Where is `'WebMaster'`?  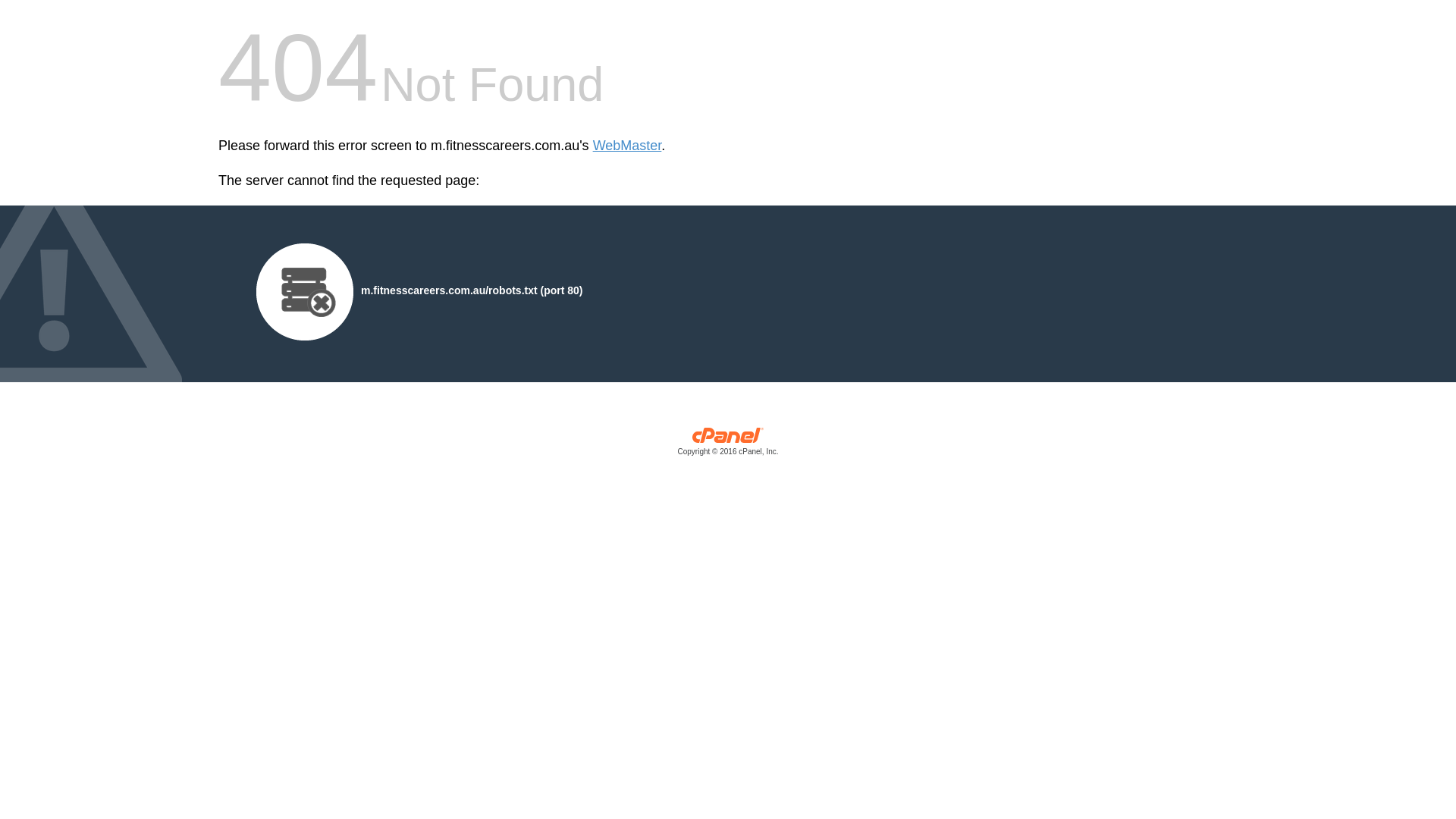
'WebMaster' is located at coordinates (627, 146).